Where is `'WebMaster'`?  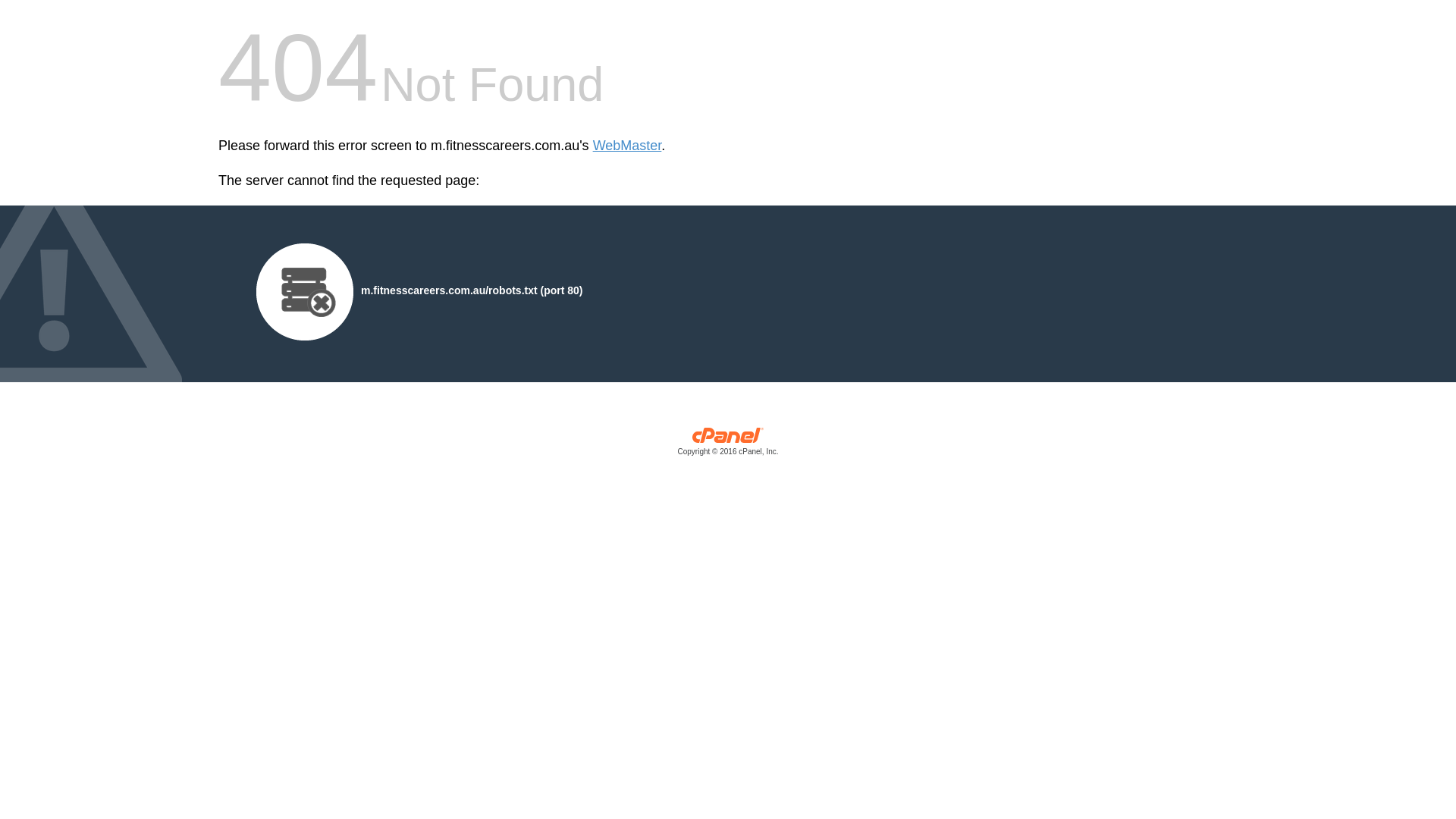
'WebMaster' is located at coordinates (627, 146).